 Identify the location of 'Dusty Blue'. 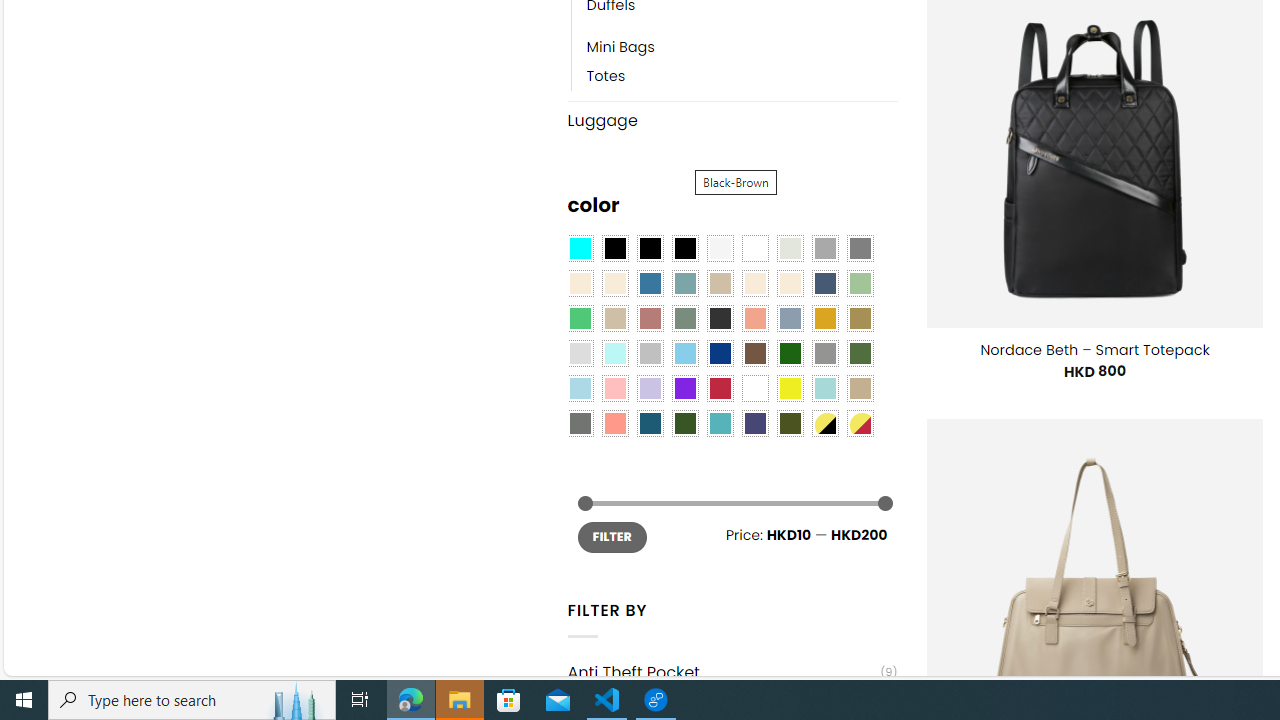
(788, 317).